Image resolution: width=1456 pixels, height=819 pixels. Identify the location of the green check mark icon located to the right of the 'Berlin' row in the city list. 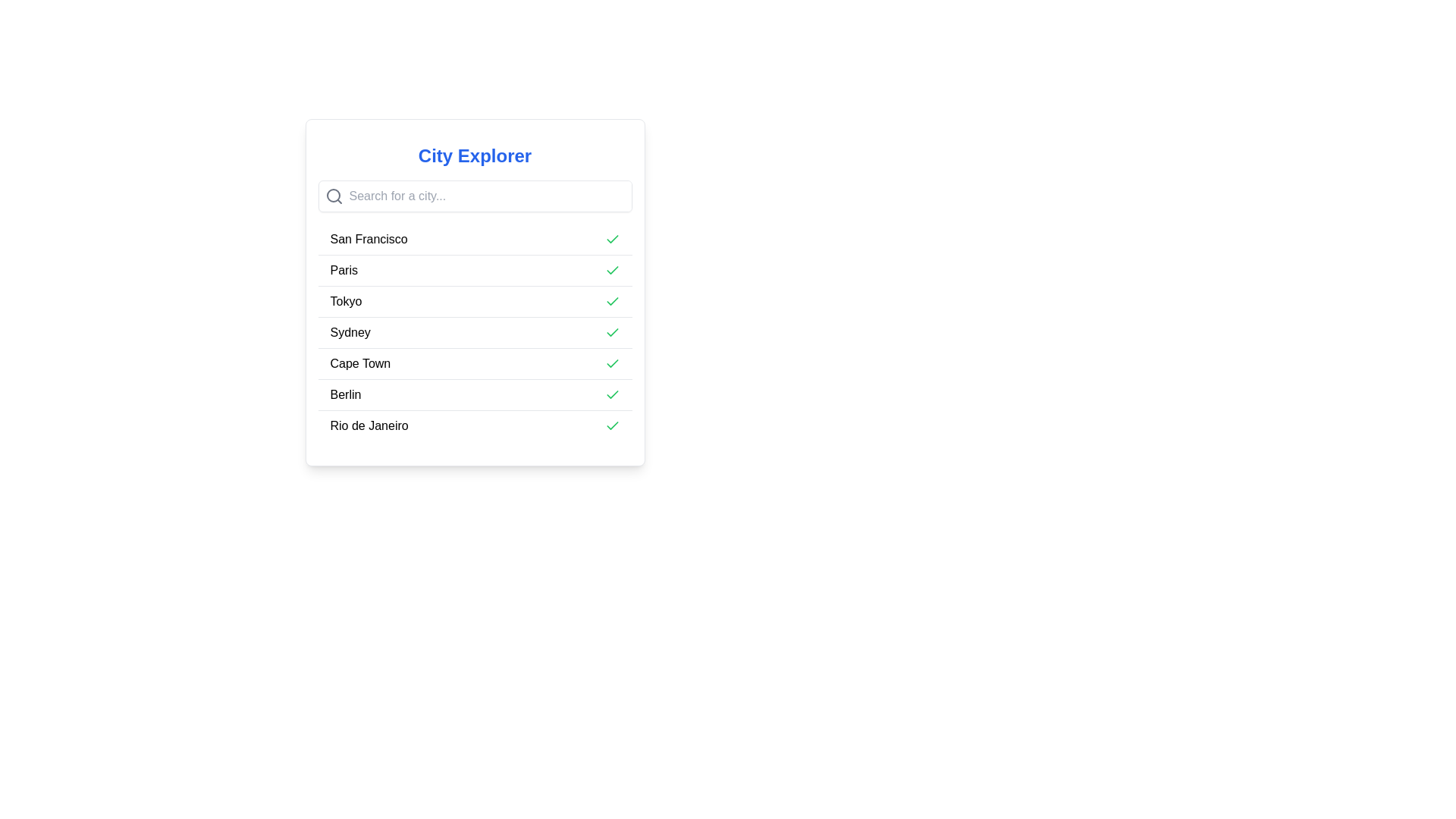
(612, 425).